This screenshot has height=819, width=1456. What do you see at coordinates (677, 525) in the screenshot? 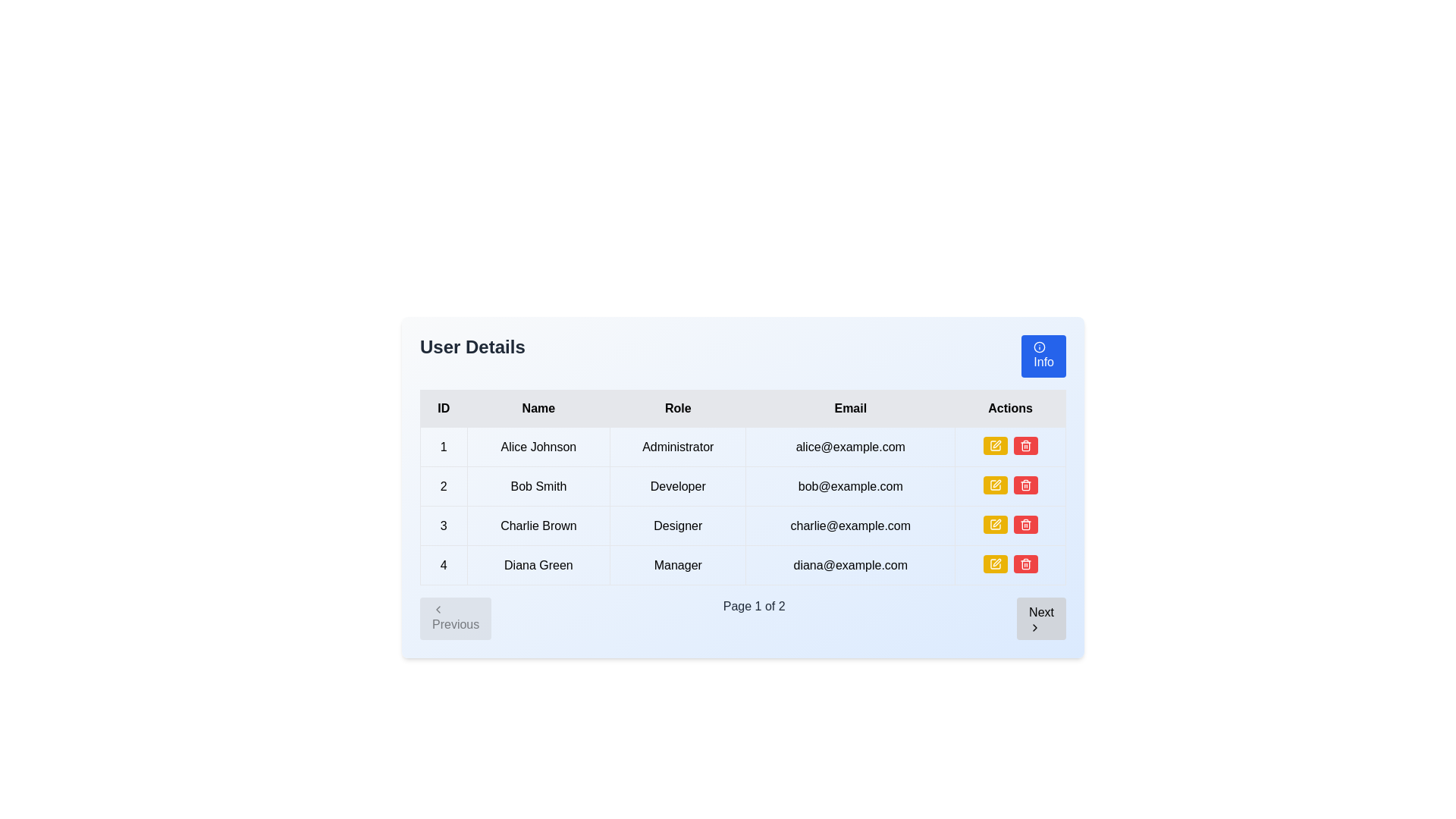
I see `the static text label reading 'Designer' displayed in black text on a light blue background, located in the 'Role' column of the table for 'Charlie Brown'` at bounding box center [677, 525].